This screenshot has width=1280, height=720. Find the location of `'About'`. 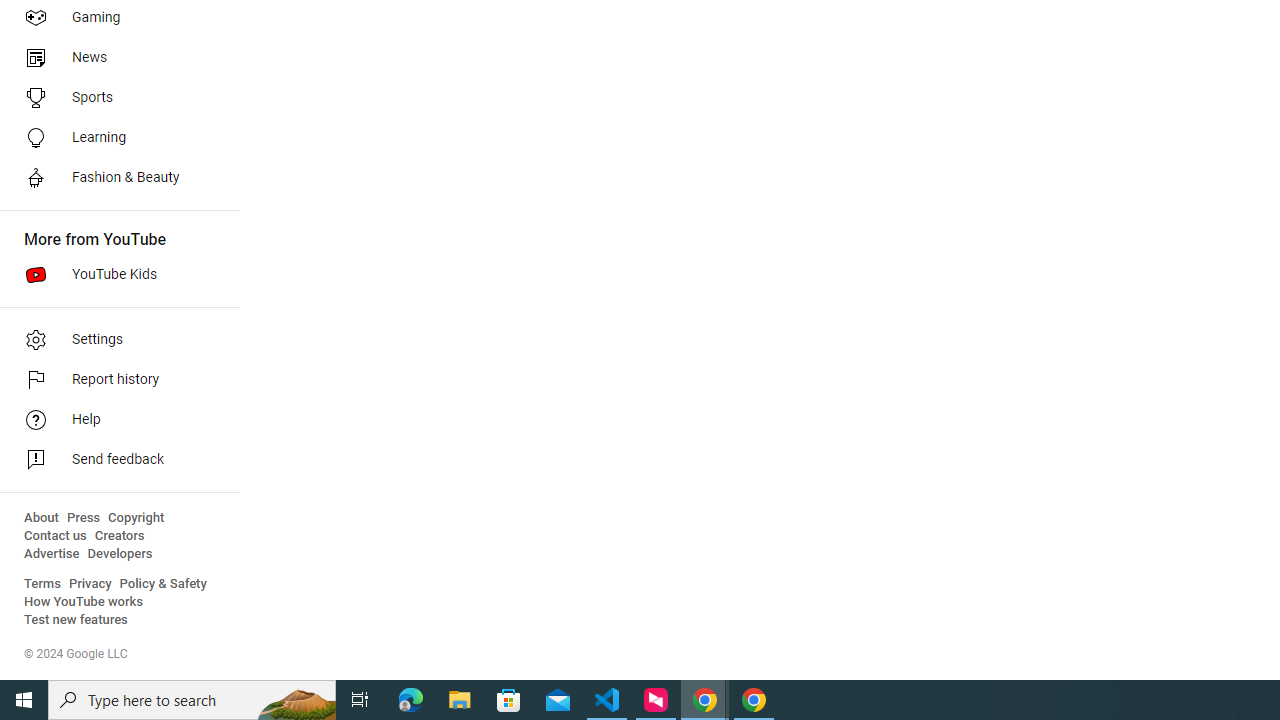

'About' is located at coordinates (41, 517).